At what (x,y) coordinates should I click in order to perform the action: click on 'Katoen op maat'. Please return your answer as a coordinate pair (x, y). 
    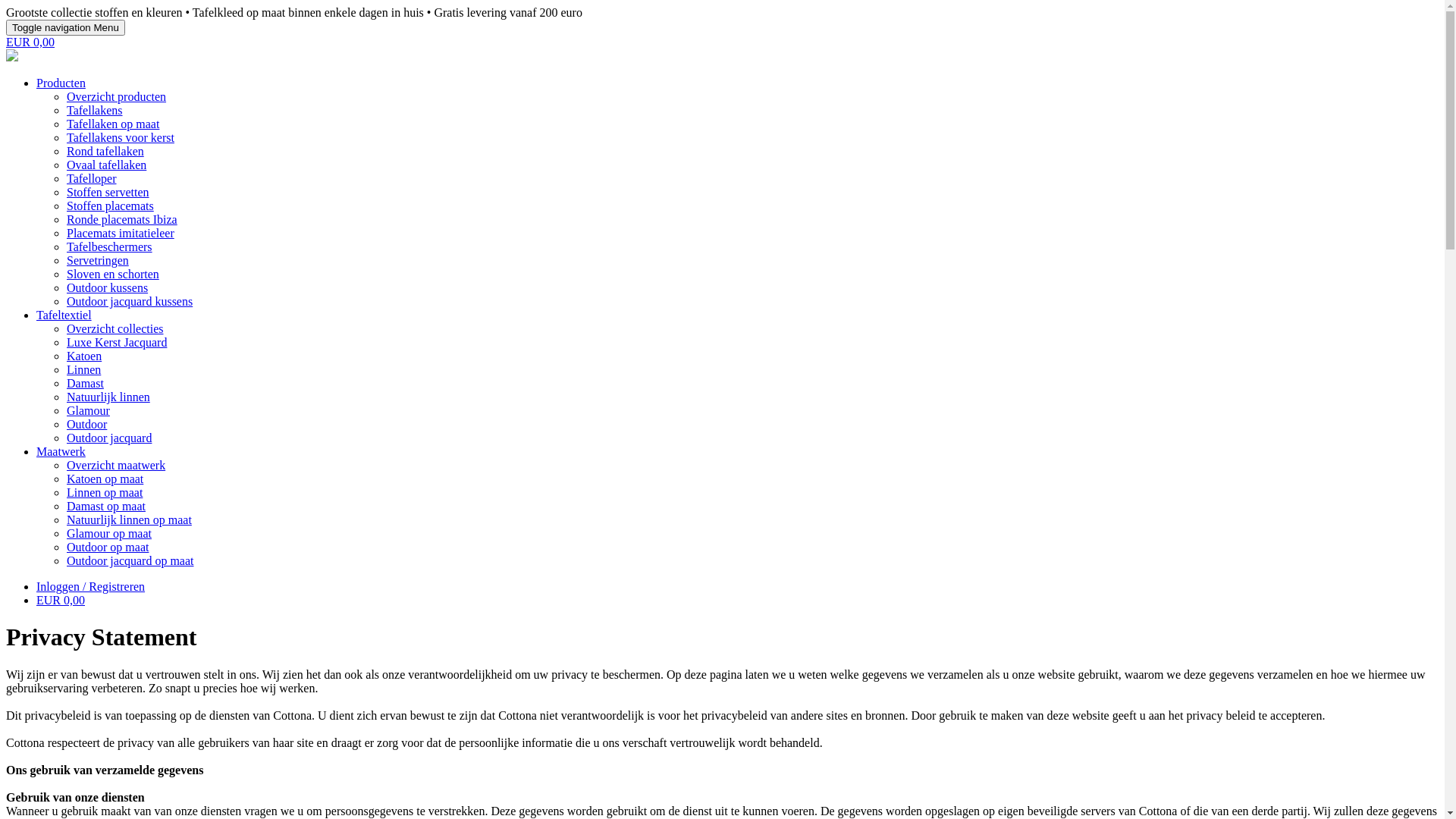
    Looking at the image, I should click on (65, 479).